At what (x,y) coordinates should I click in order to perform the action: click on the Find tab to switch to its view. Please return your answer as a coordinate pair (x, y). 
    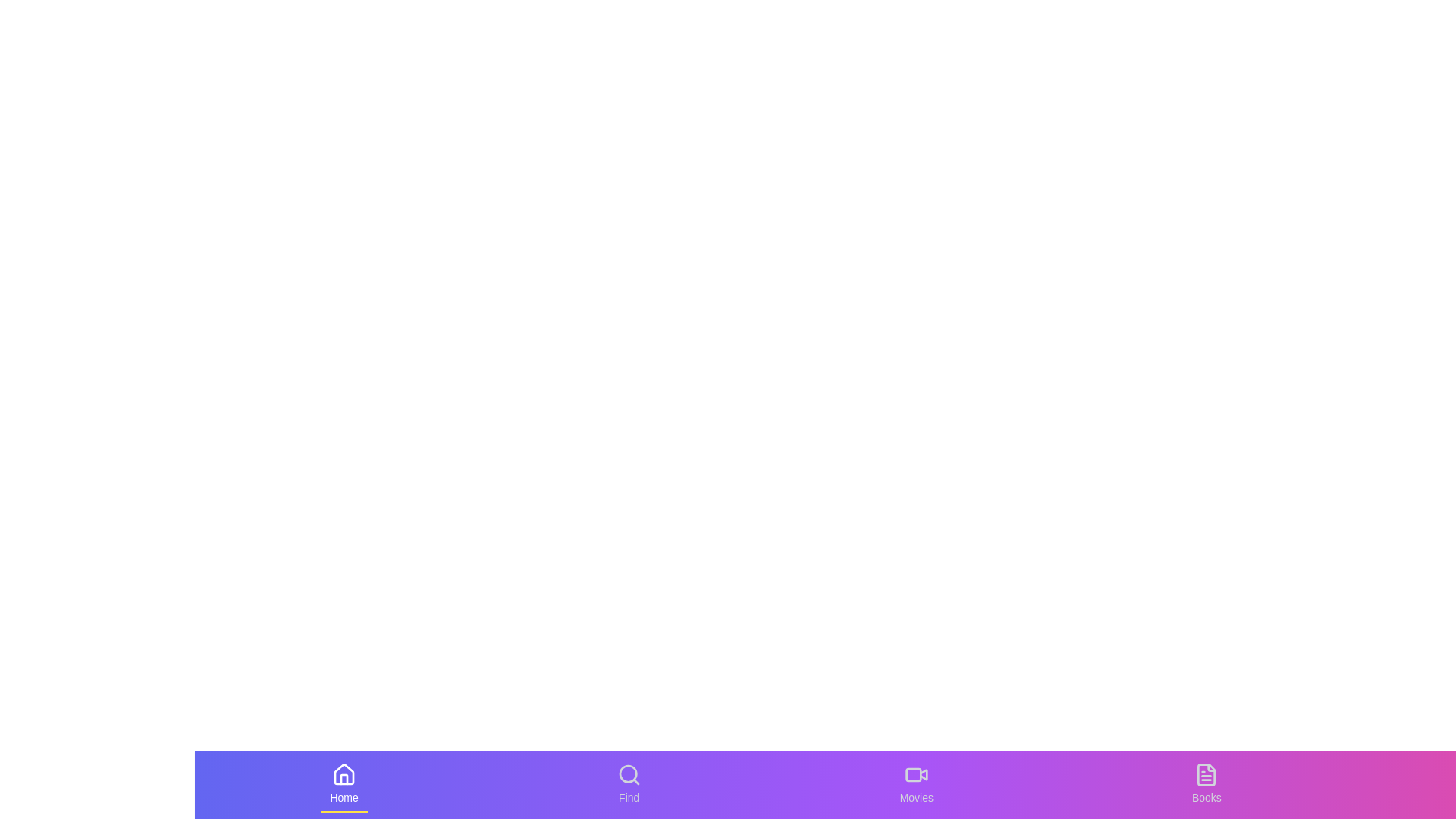
    Looking at the image, I should click on (629, 784).